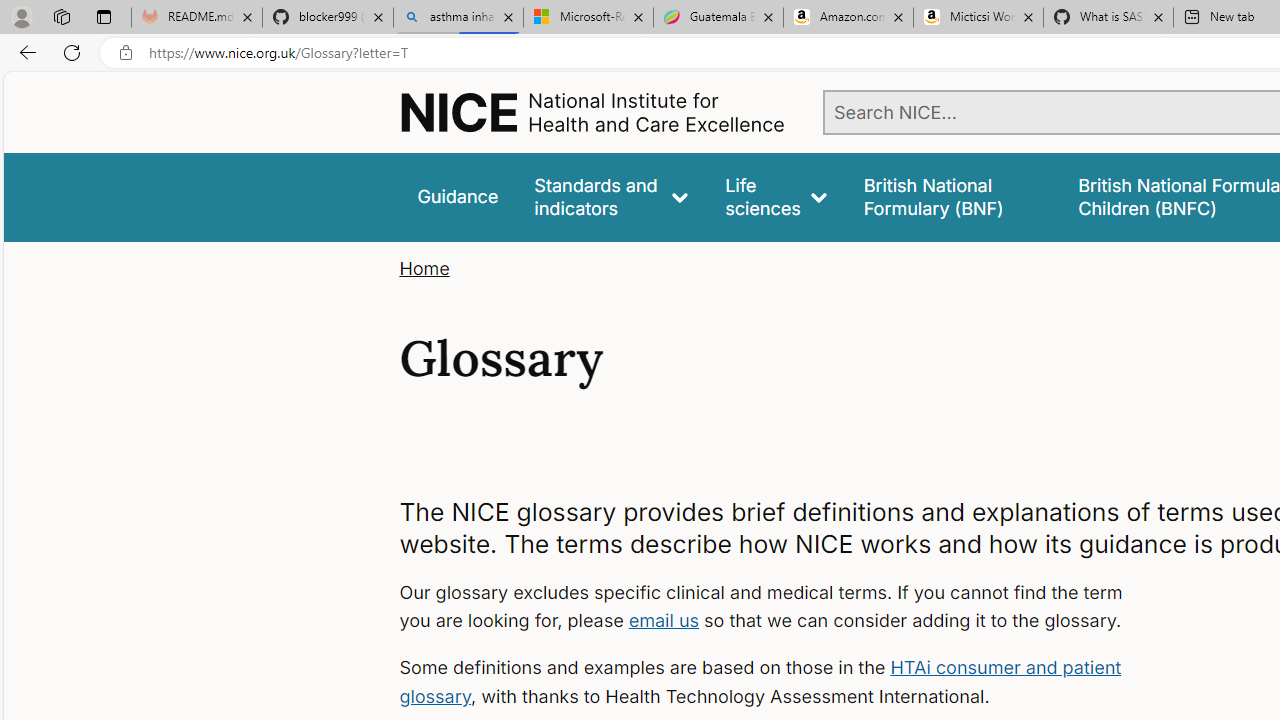 The width and height of the screenshot is (1280, 720). I want to click on 'Life sciences', so click(775, 197).